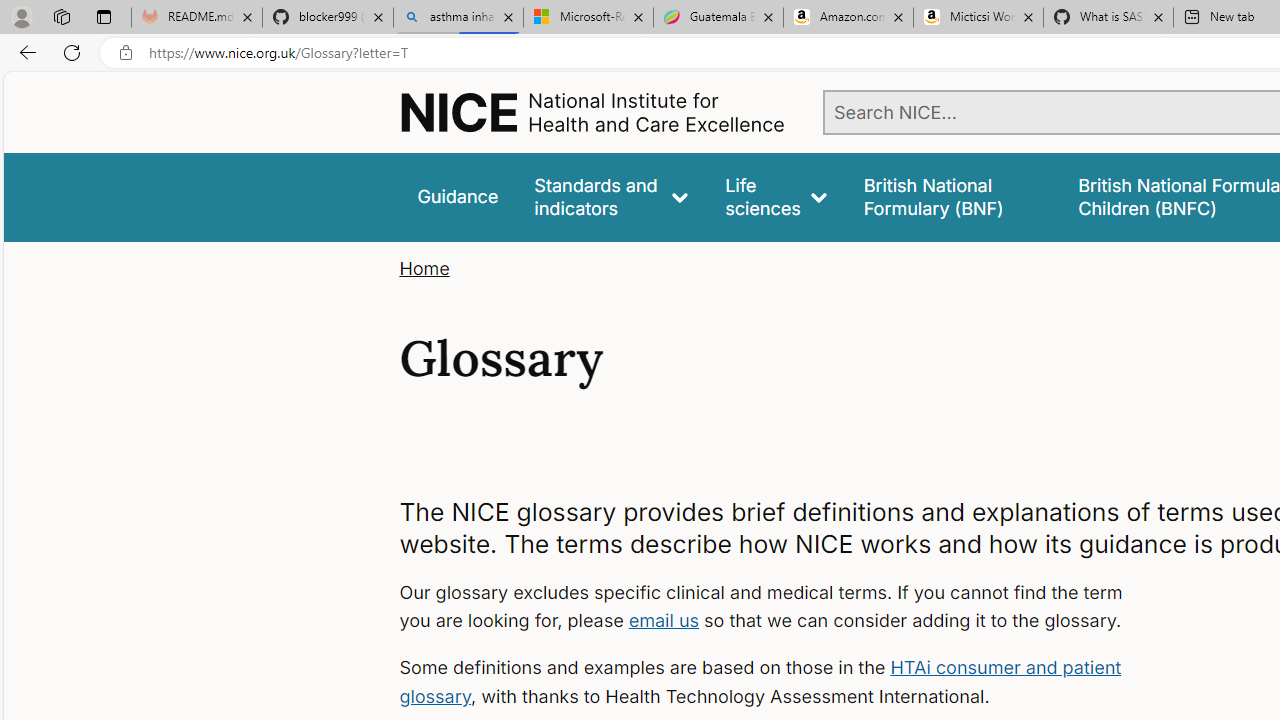 The width and height of the screenshot is (1280, 720). I want to click on 'Life sciences', so click(775, 197).